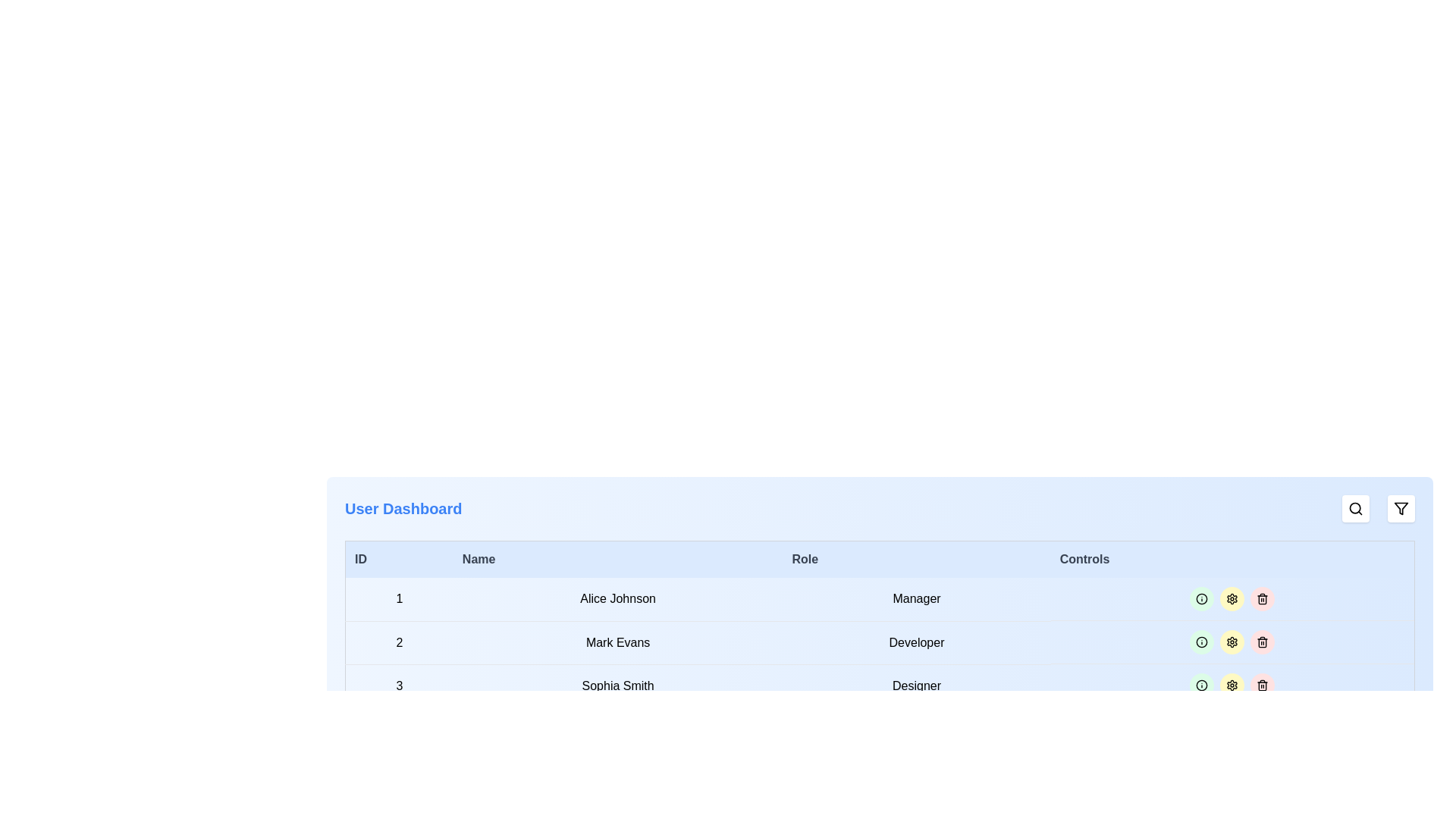 This screenshot has height=819, width=1456. I want to click on the green button located in the 'Controls' column of the second row corresponding to 'Mark Evans', the Developer, so click(1232, 642).